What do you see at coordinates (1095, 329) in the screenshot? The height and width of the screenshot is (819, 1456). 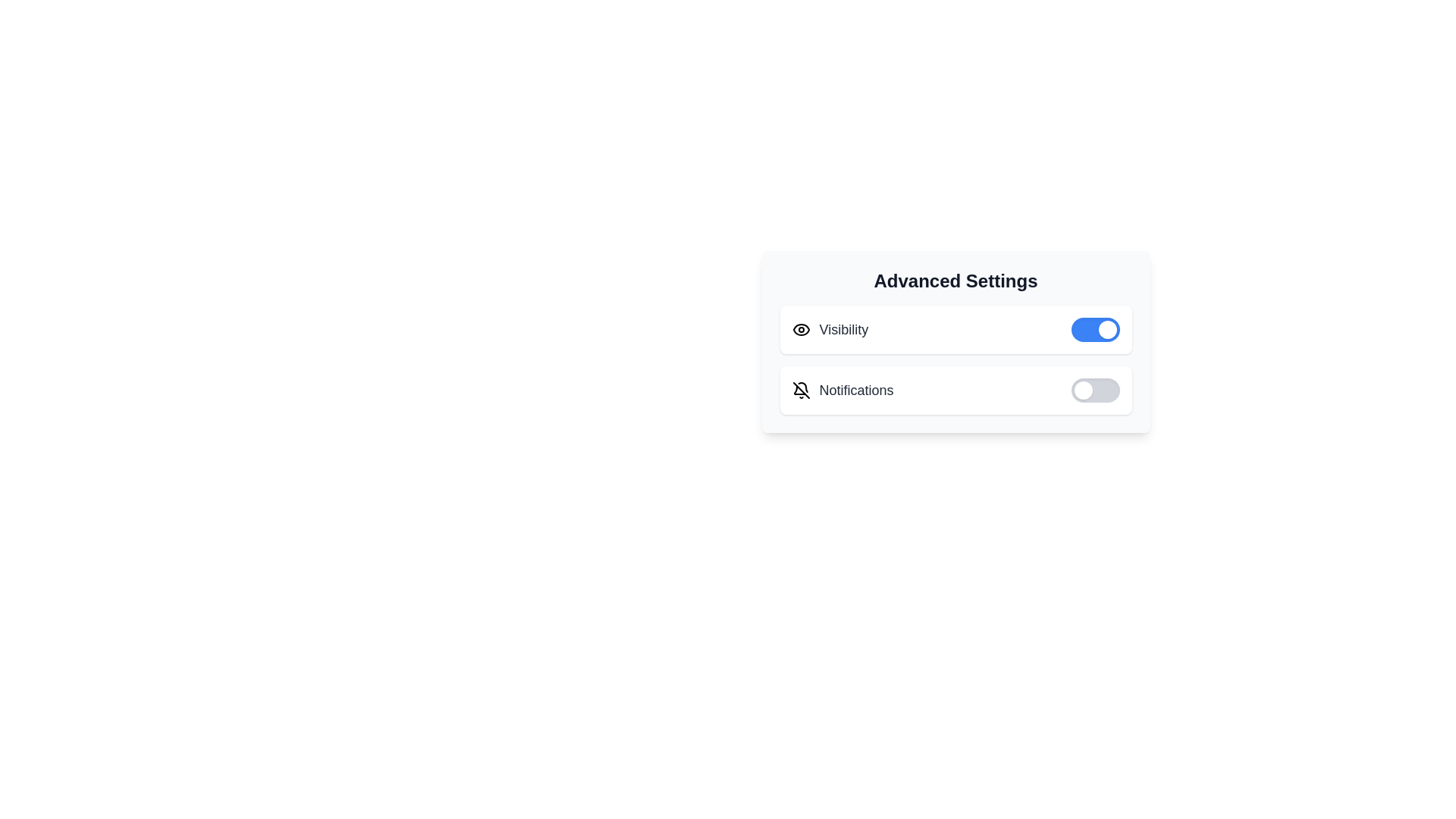 I see `the 'Visibility' switch to toggle its state` at bounding box center [1095, 329].